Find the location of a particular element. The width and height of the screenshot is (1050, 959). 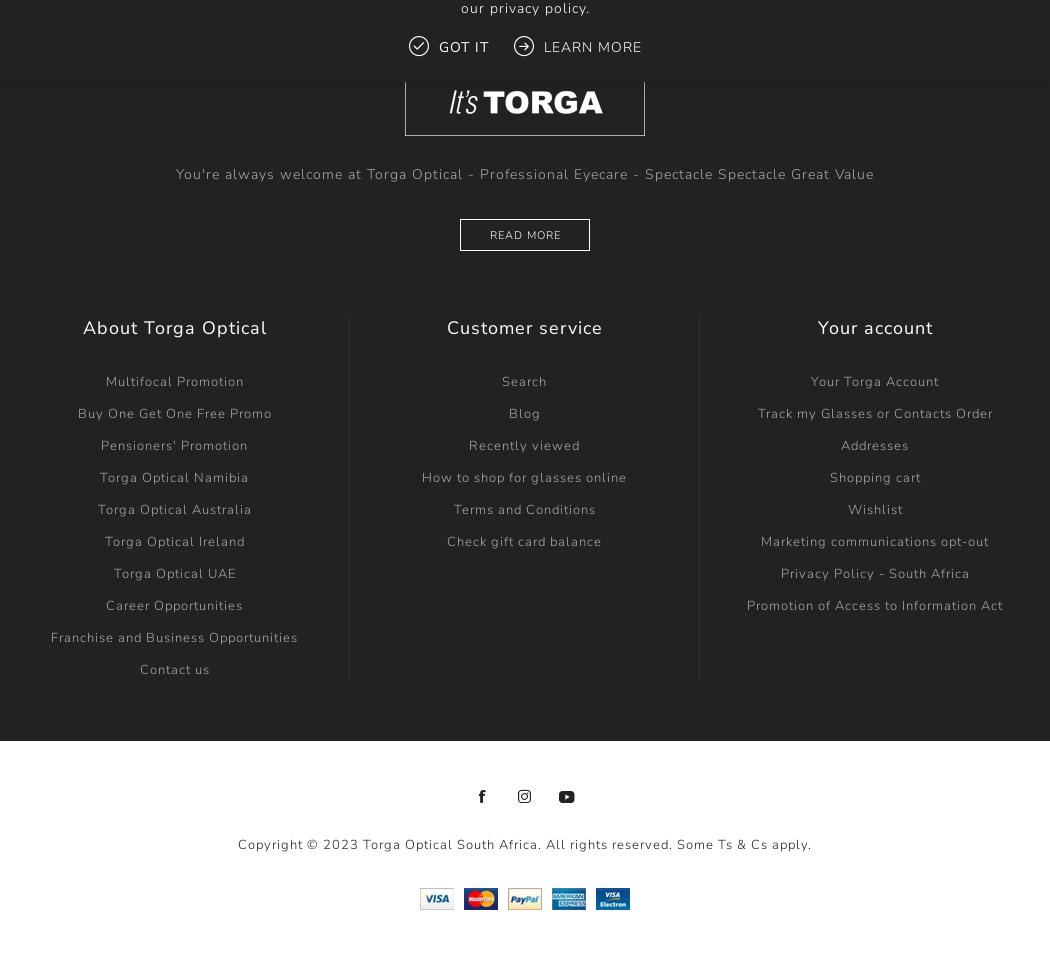

'Learn more' is located at coordinates (590, 46).